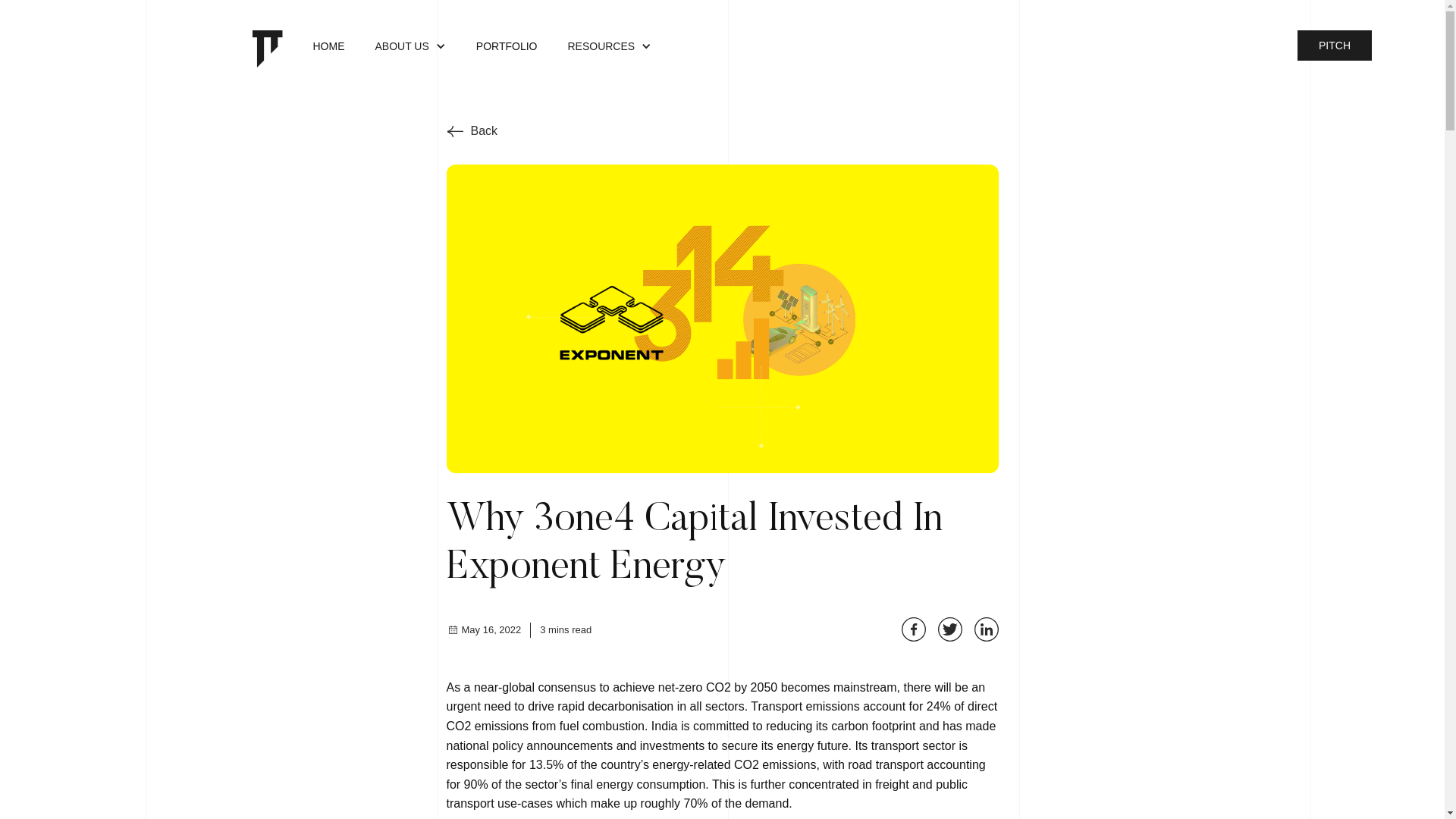  What do you see at coordinates (297, 48) in the screenshot?
I see `'HOME'` at bounding box center [297, 48].